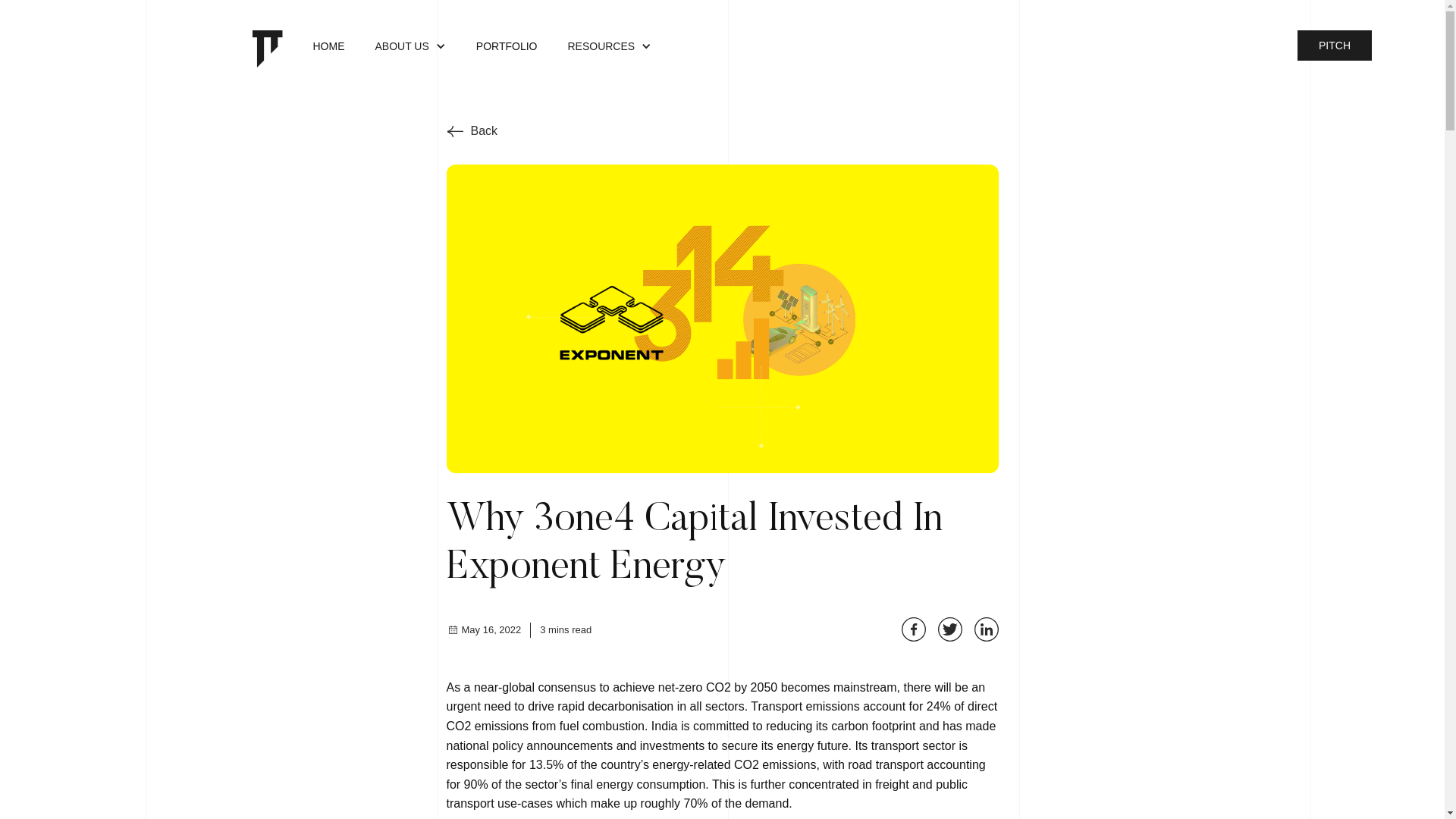  What do you see at coordinates (297, 48) in the screenshot?
I see `'HOME'` at bounding box center [297, 48].